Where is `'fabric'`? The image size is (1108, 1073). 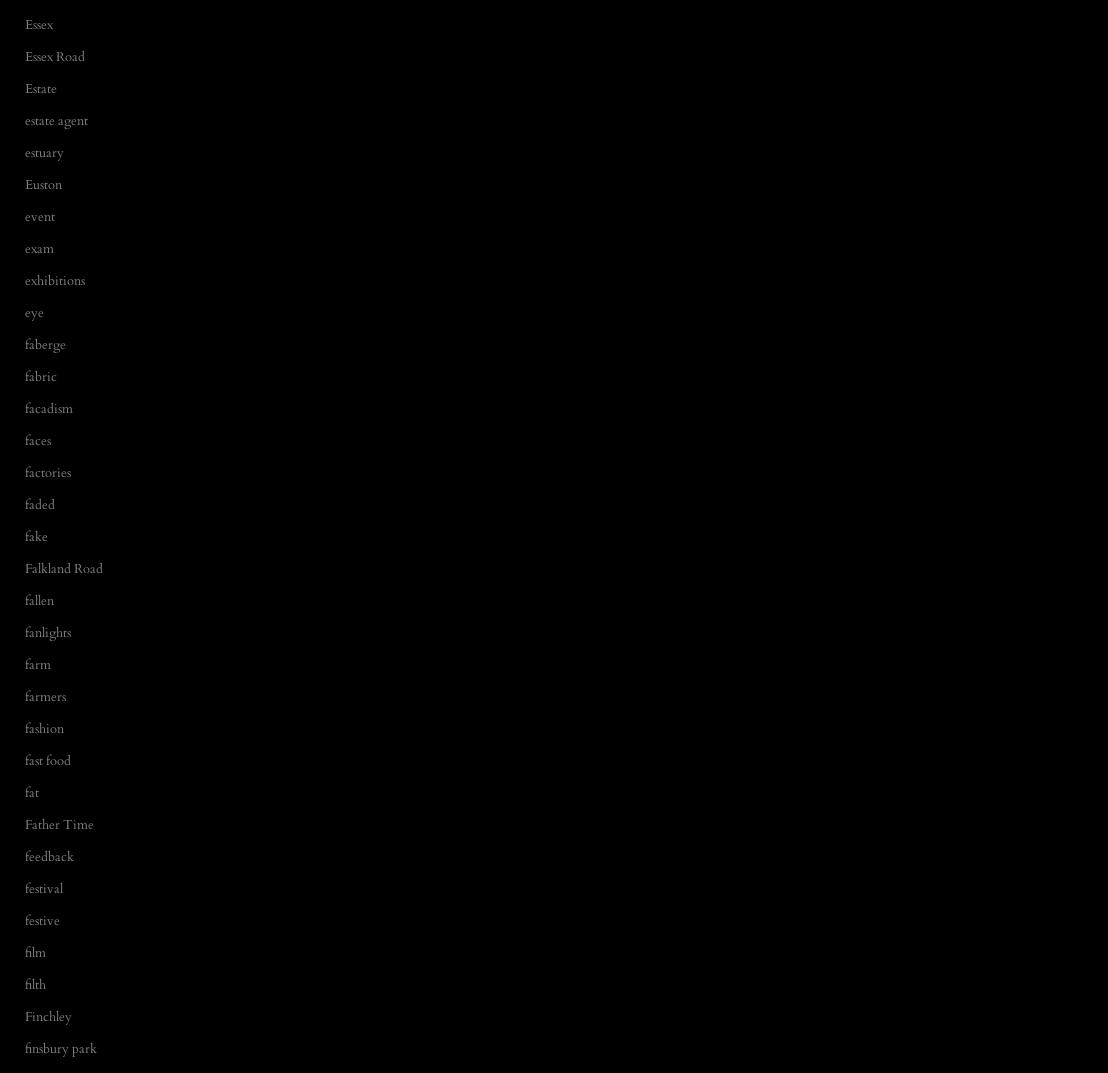 'fabric' is located at coordinates (40, 374).